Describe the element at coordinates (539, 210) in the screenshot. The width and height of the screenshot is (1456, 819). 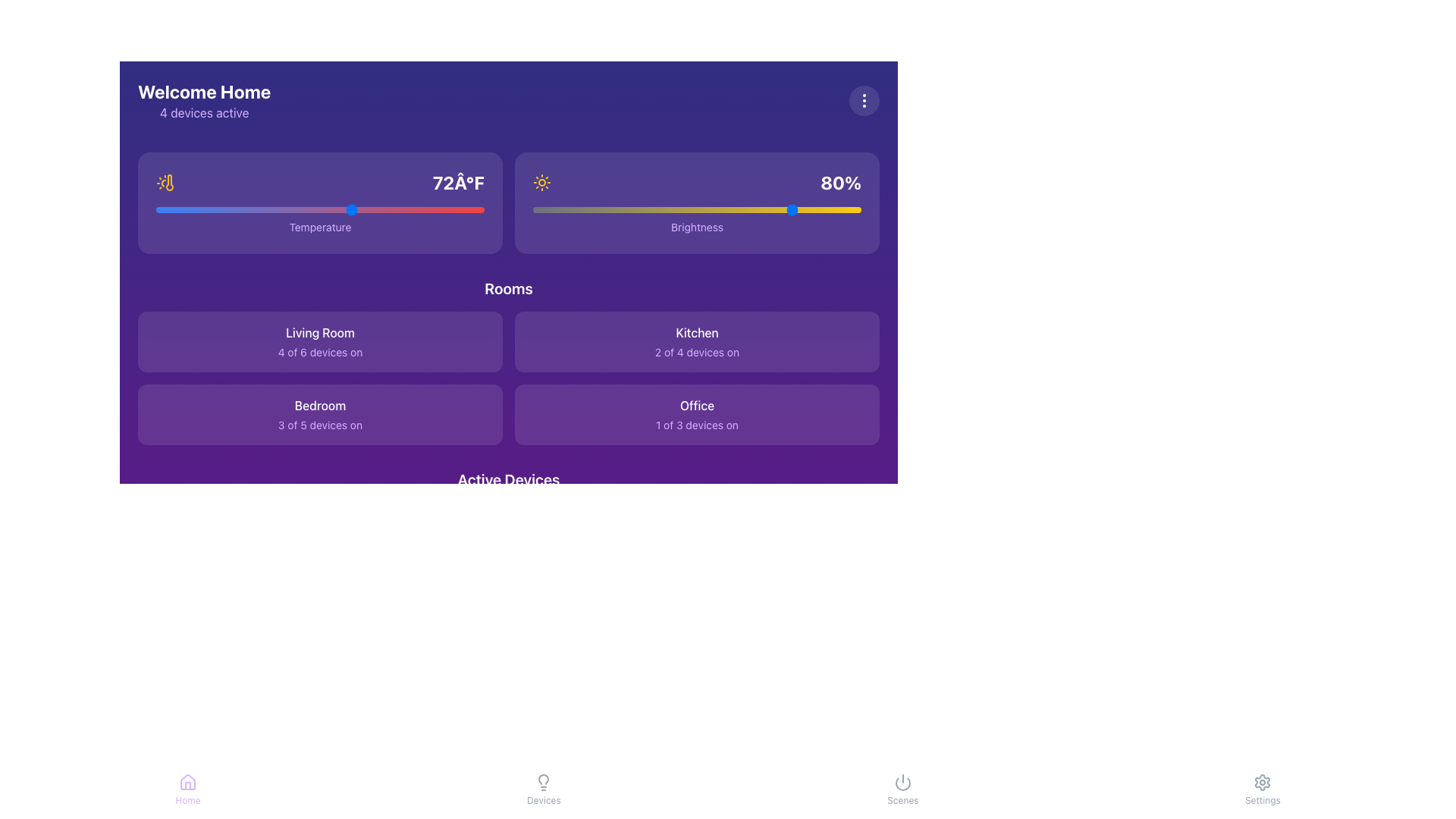
I see `brightness level` at that location.